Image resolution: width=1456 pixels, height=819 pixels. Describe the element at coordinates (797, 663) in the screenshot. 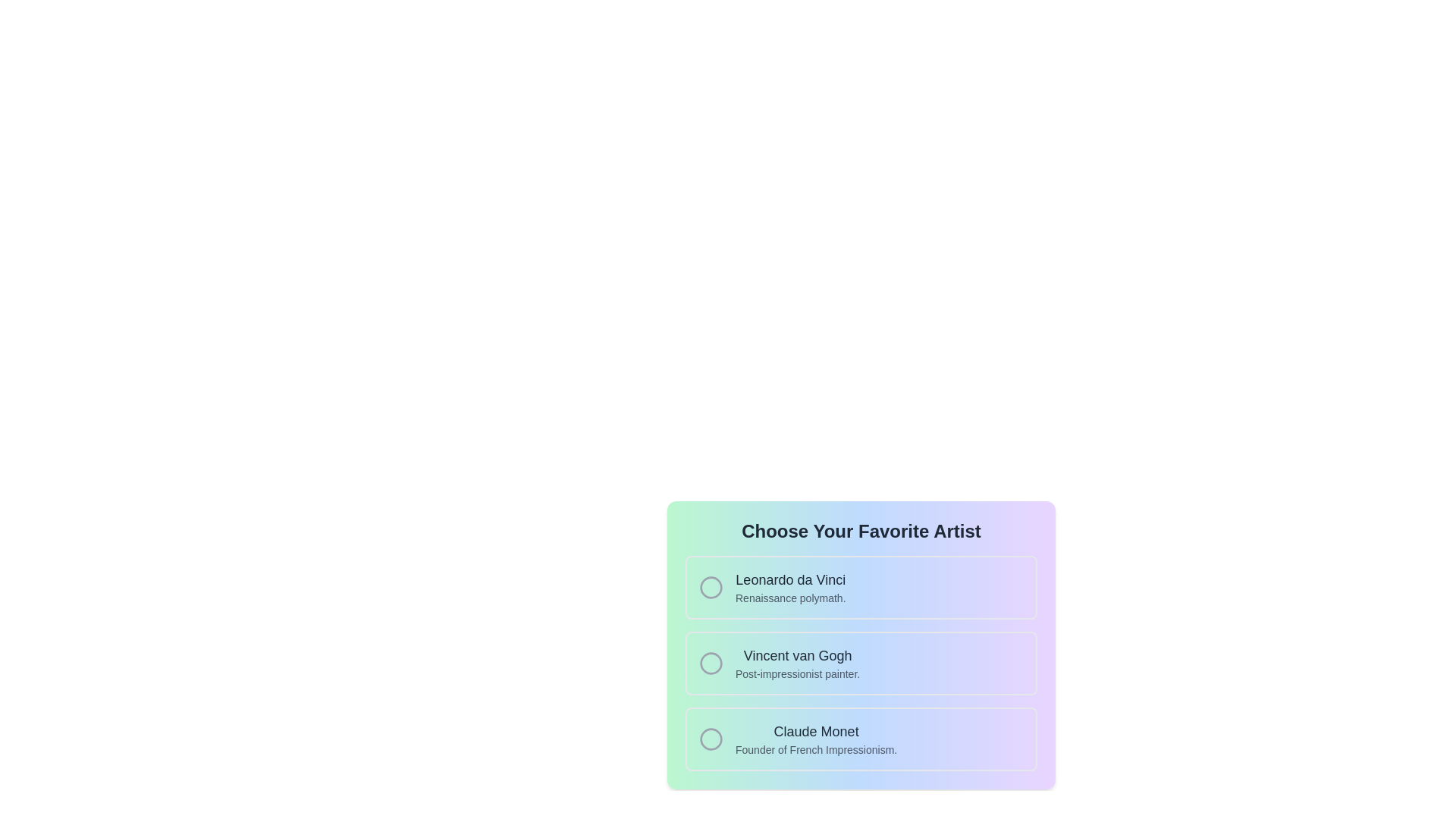

I see `information displayed in the text block about the artist located below the 'Leonardo da Vinci' element and above the 'Claude Monet' element` at that location.